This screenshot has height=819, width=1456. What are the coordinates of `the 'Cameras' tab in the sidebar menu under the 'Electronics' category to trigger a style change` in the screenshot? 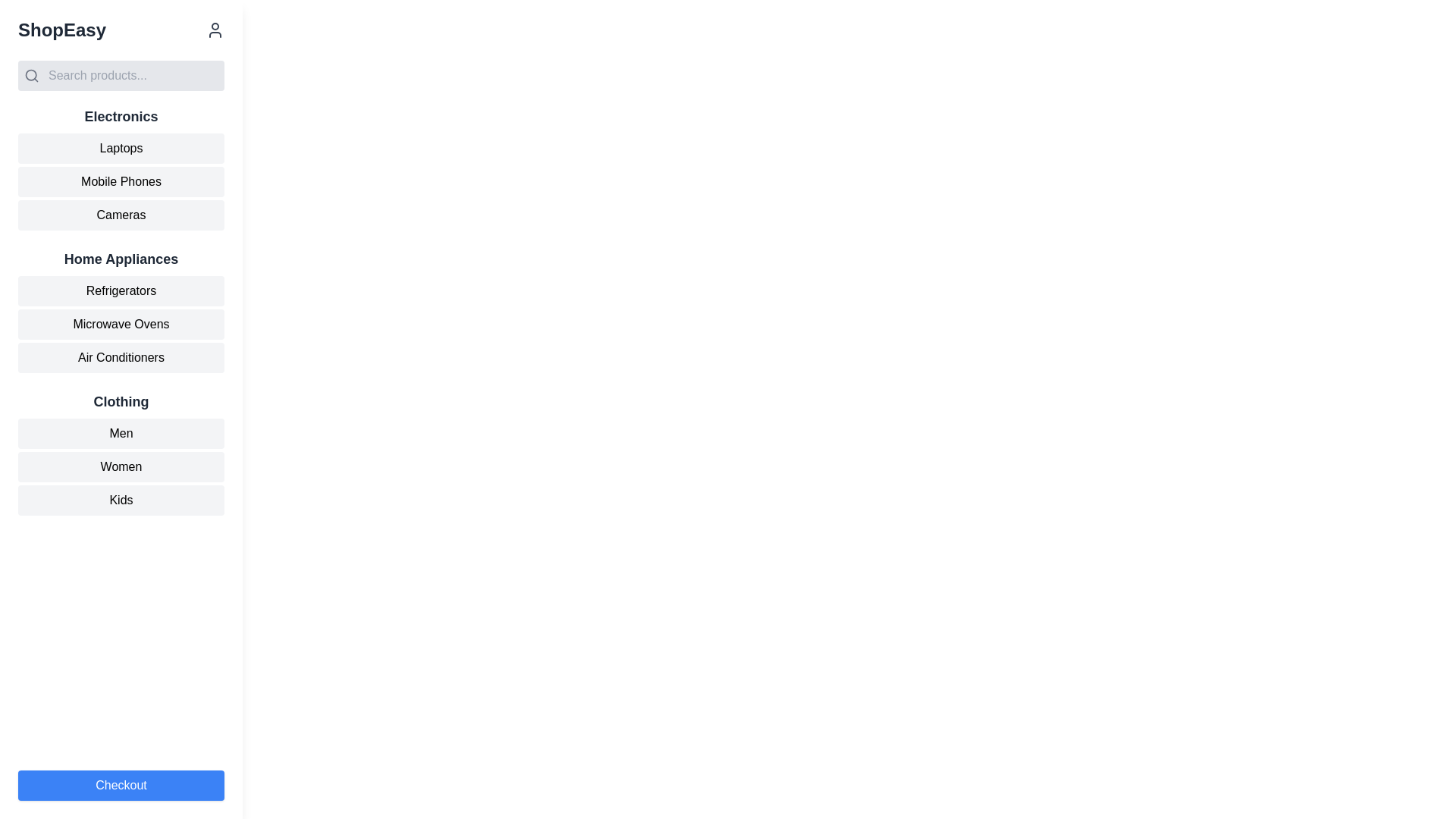 It's located at (120, 215).